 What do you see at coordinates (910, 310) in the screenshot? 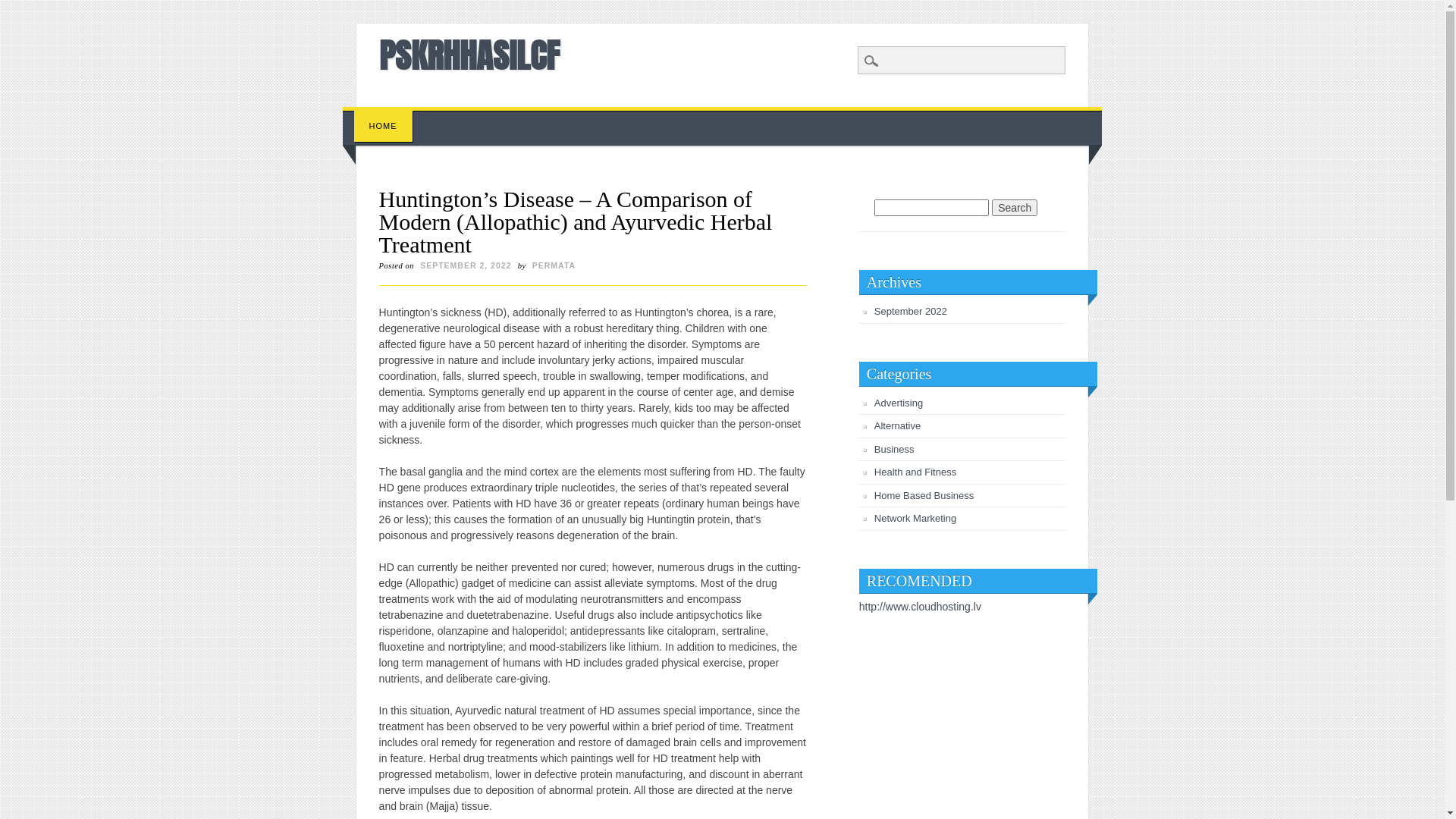
I see `'September 2022'` at bounding box center [910, 310].